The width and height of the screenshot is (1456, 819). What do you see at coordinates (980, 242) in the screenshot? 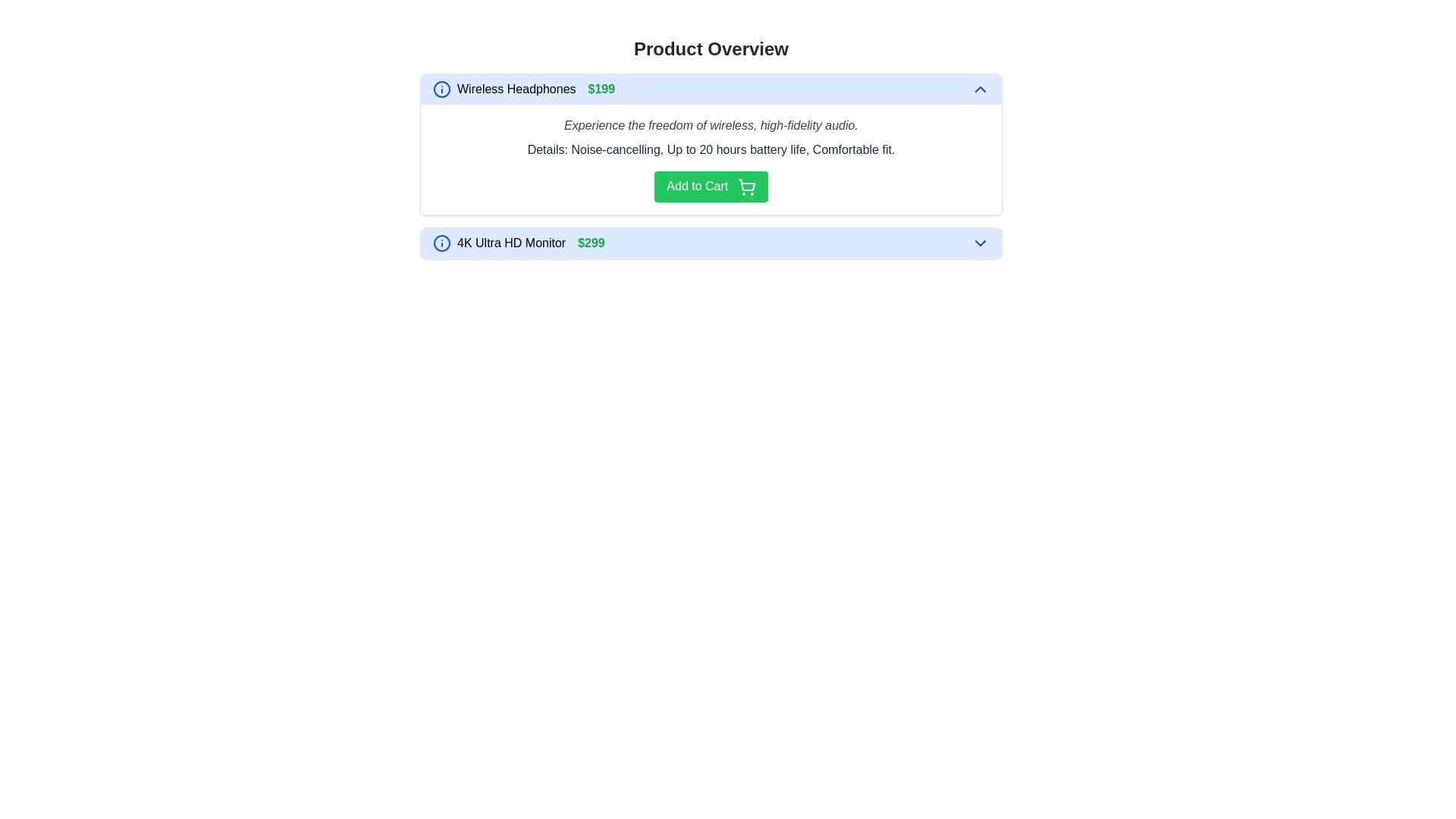
I see `the collapsible icon located at the far-right end of the product entry box containing '4K Ultra HD Monitor $299'` at bounding box center [980, 242].